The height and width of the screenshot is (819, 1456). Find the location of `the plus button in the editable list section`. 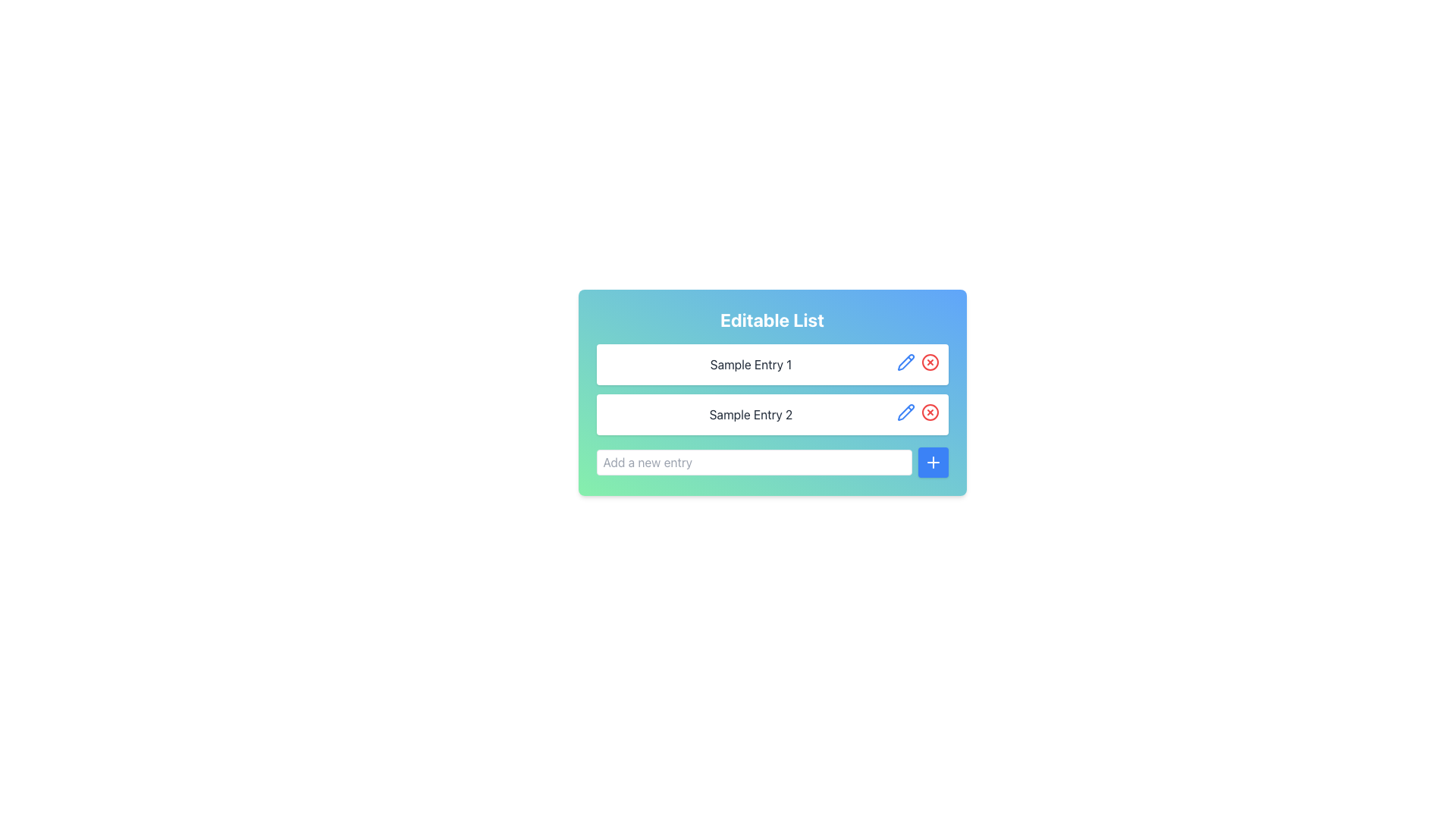

the plus button in the editable list section is located at coordinates (772, 461).